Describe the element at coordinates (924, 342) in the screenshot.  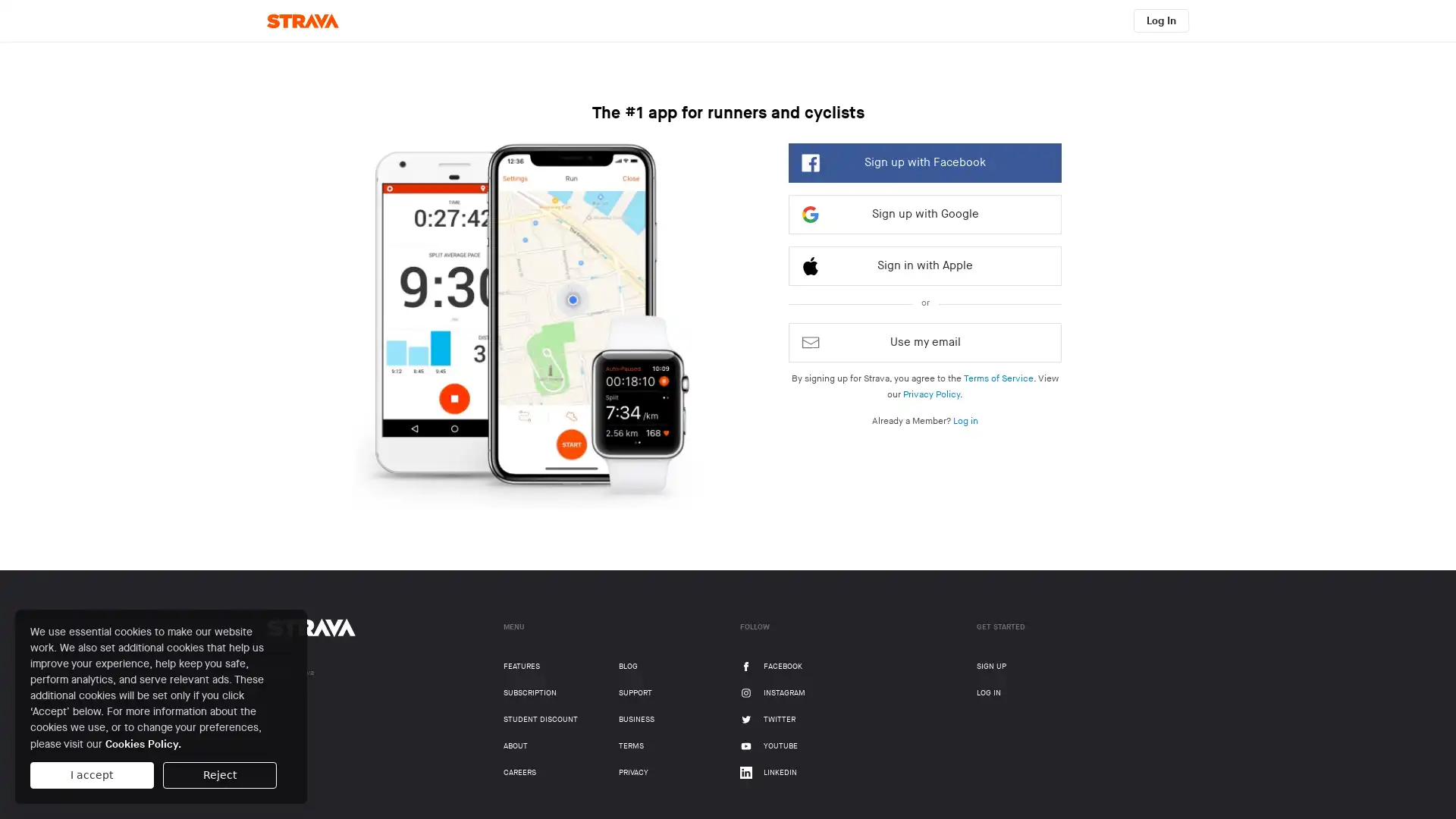
I see `Use my email` at that location.